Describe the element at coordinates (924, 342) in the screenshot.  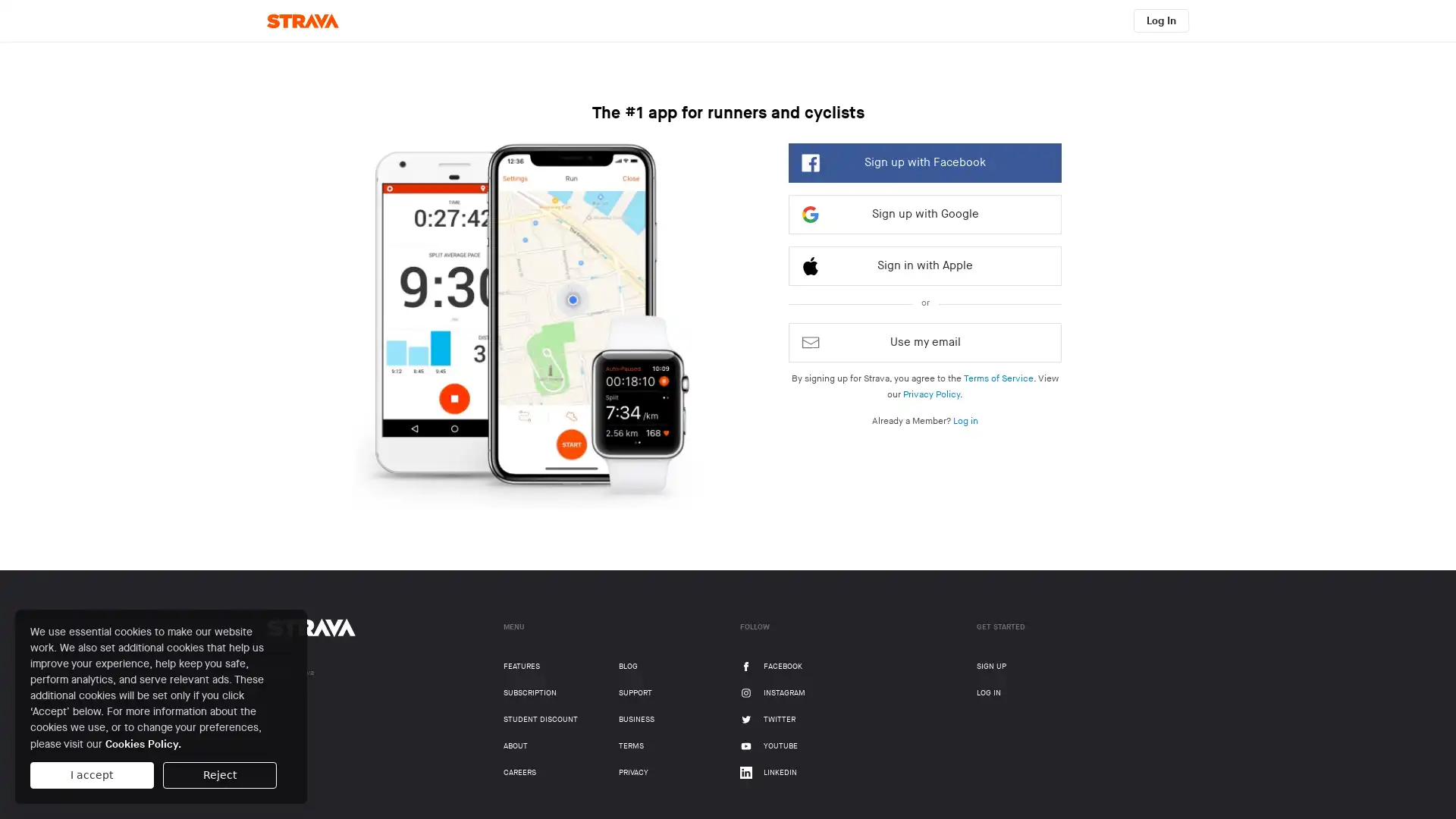
I see `Use my email` at that location.